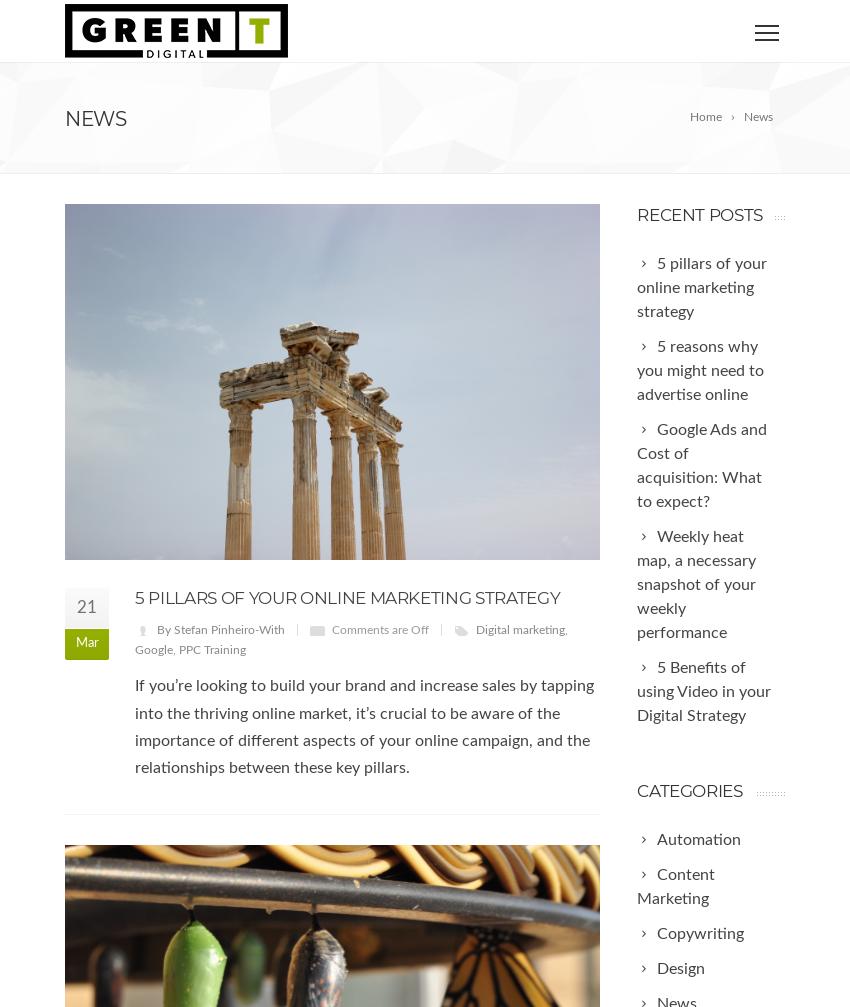 This screenshot has height=1007, width=850. What do you see at coordinates (85, 641) in the screenshot?
I see `'Mar'` at bounding box center [85, 641].